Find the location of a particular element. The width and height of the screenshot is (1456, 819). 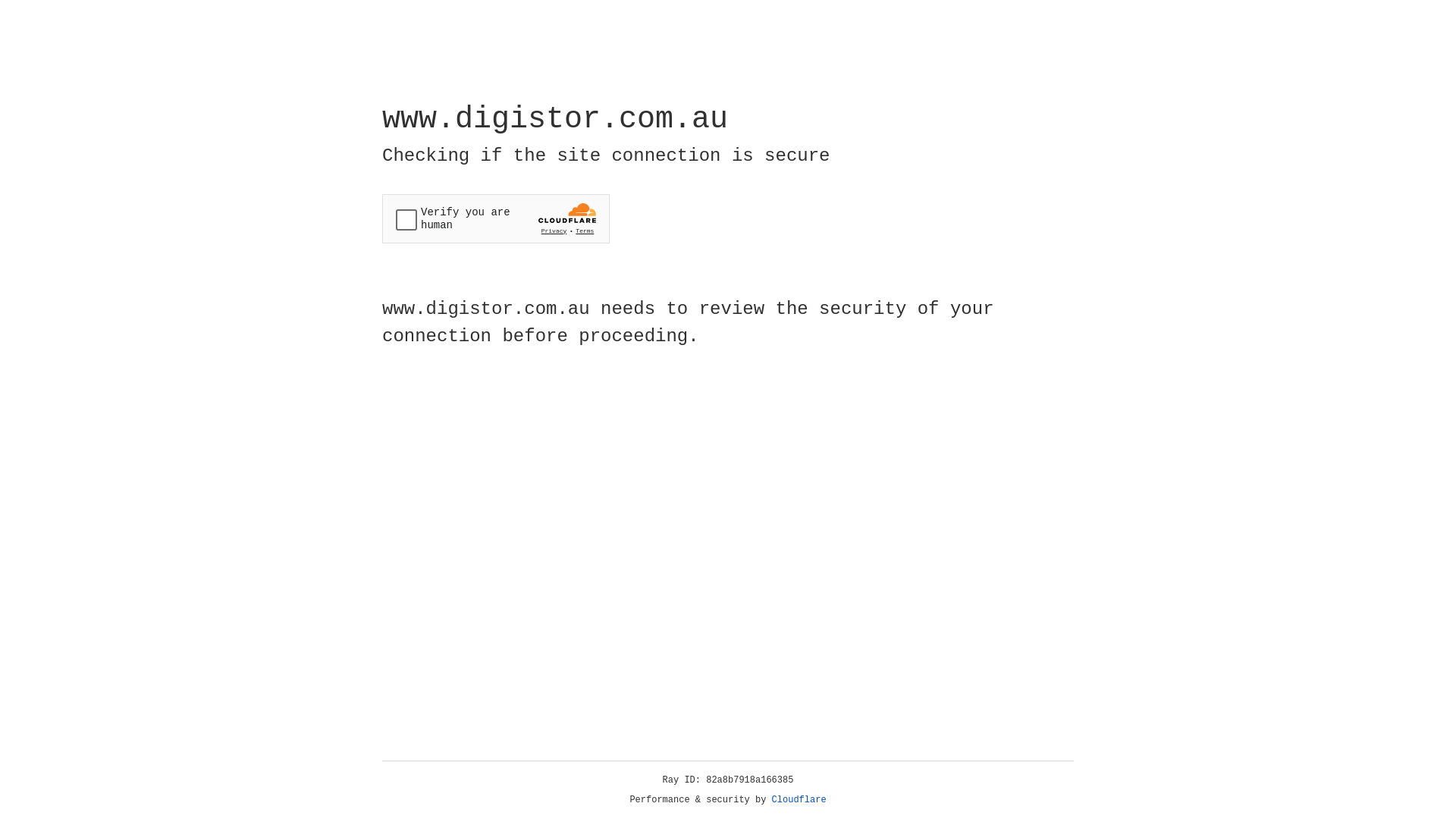

'Widget containing a Cloudflare security challenge' is located at coordinates (495, 218).